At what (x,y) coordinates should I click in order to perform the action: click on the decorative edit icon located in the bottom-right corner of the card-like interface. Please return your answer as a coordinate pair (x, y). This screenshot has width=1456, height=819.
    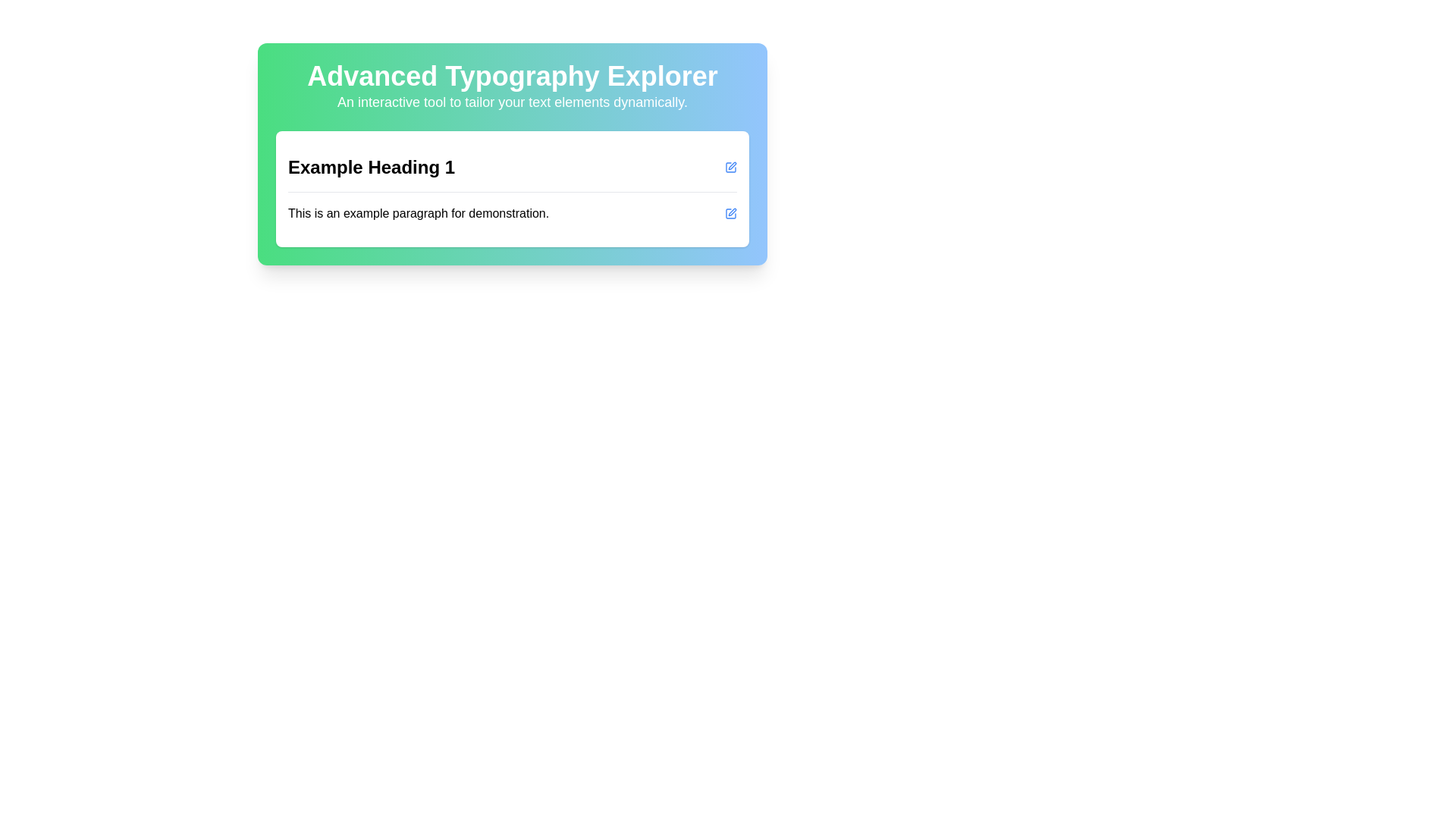
    Looking at the image, I should click on (732, 212).